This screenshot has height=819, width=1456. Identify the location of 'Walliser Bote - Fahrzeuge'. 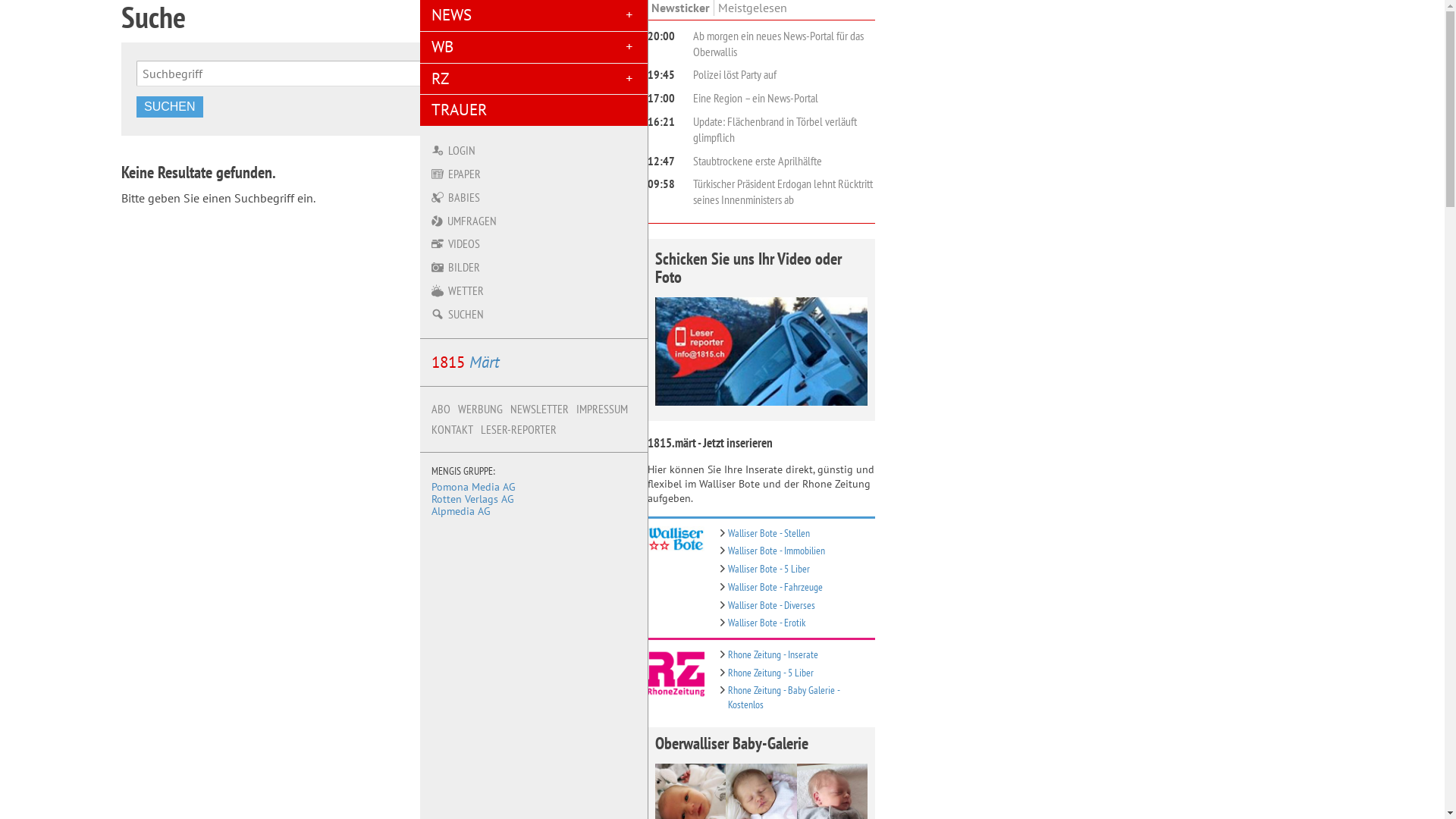
(775, 585).